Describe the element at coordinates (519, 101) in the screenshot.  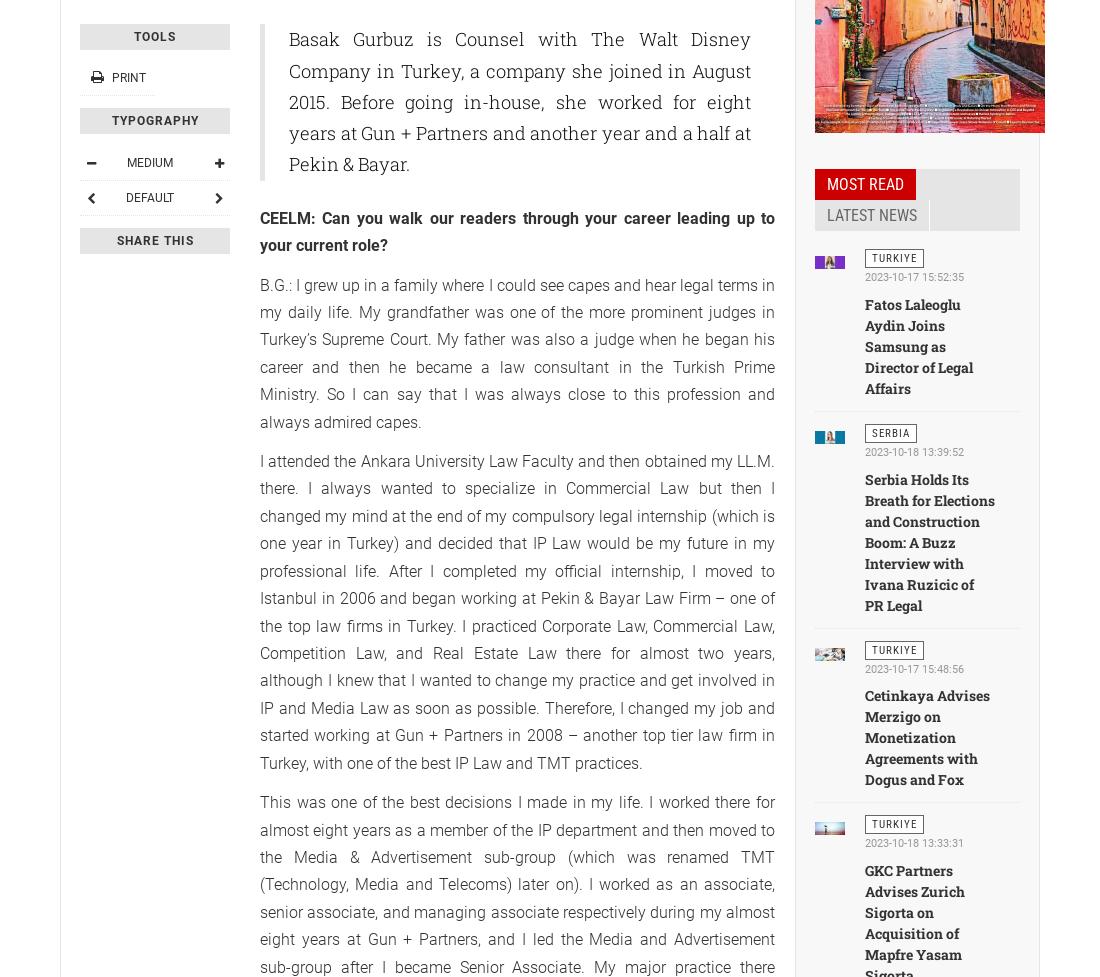
I see `'Basak Gurbuz is Counsel with The Walt Disney Company in Turkey, a company she joined in August 2015. Before going in-house, she worked for eight years at Gun + Partners and another year and a half at Pekin & Bayar.'` at that location.